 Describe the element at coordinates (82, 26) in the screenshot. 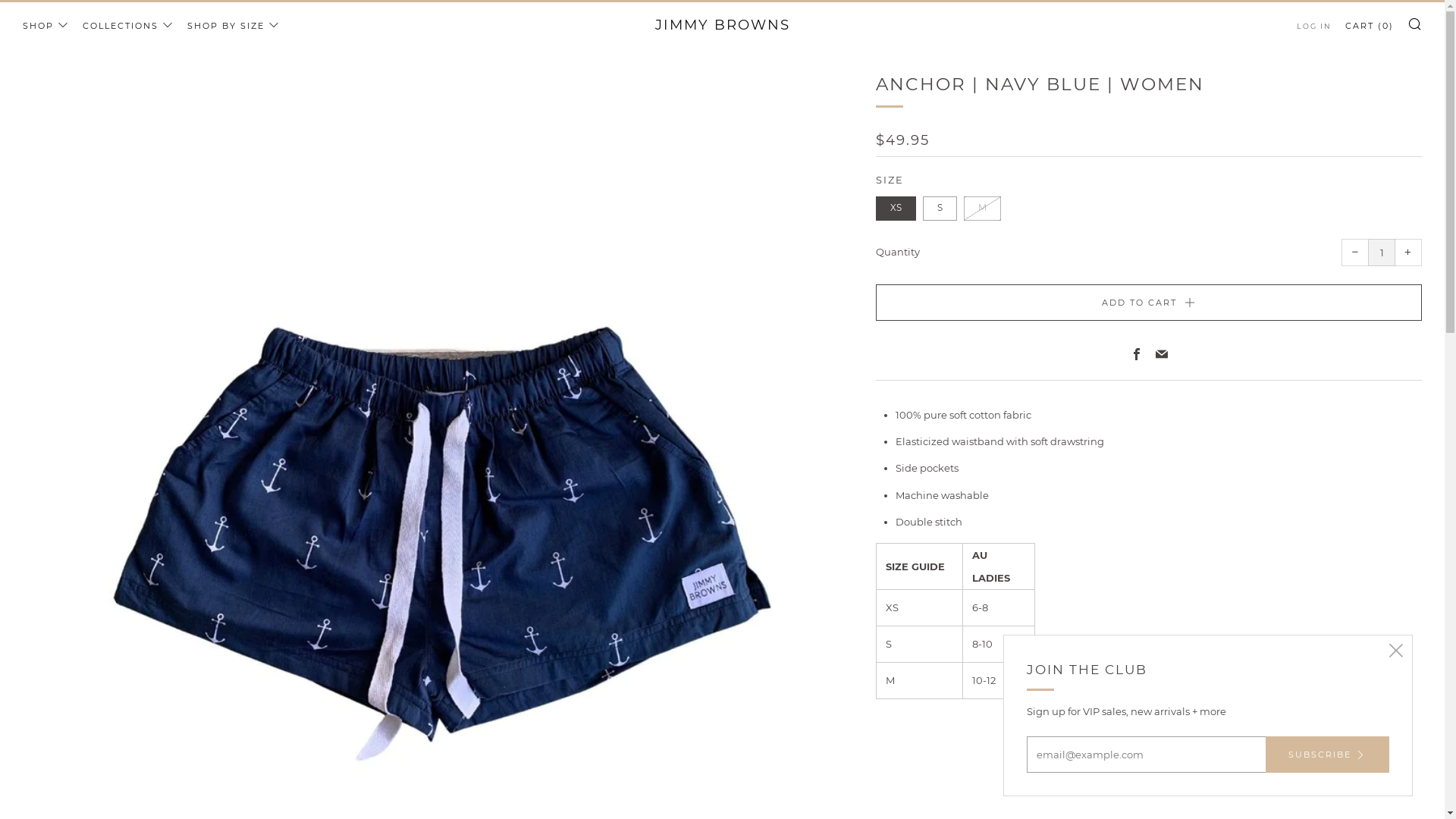

I see `'COLLECTIONS'` at that location.